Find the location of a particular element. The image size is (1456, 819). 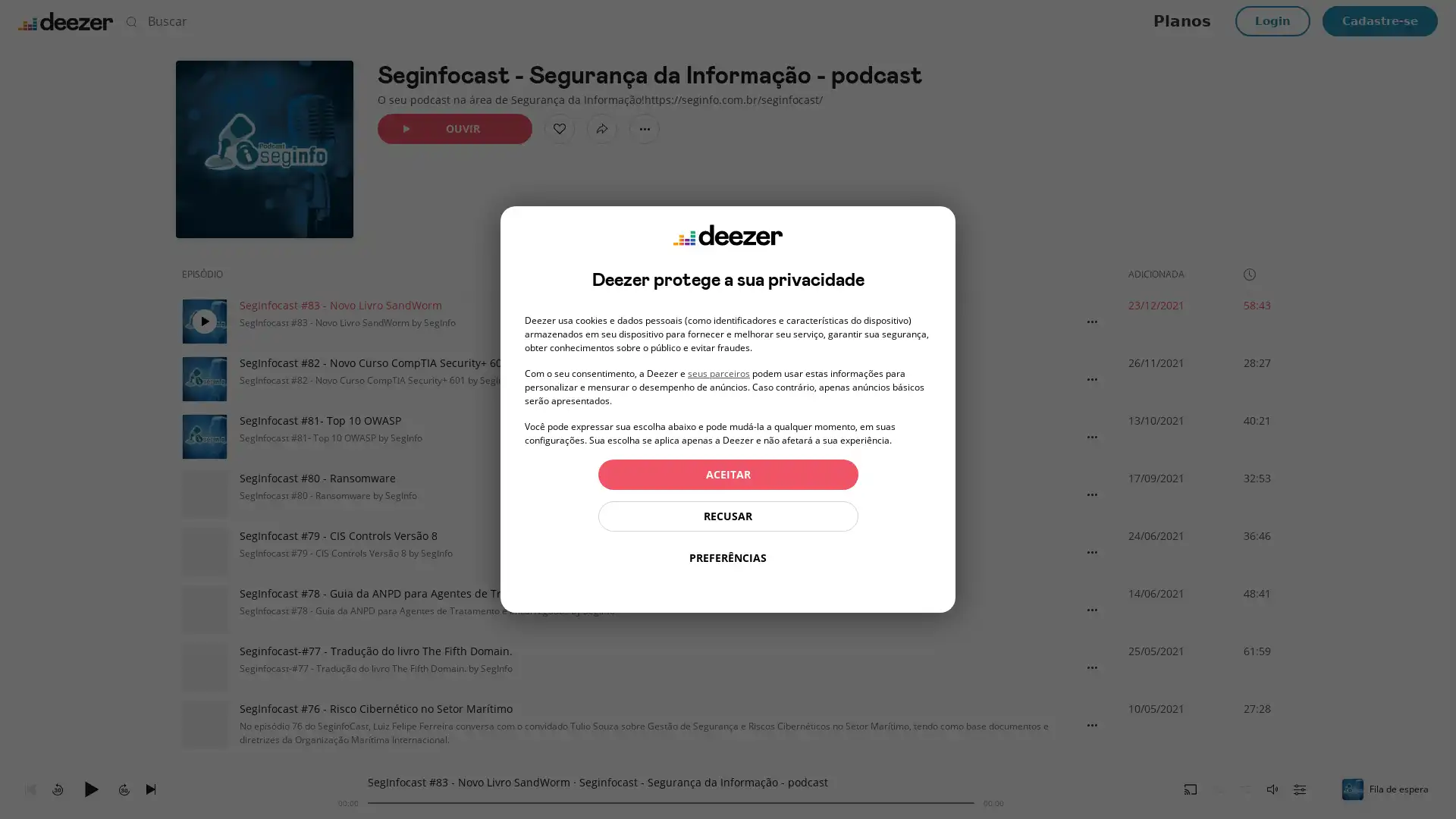

Tocar SegInfocast #76 - Risco Cibernetico no Setor Maritimo por Seginfocast - Seguranca da Informacao - podcast is located at coordinates (203, 724).